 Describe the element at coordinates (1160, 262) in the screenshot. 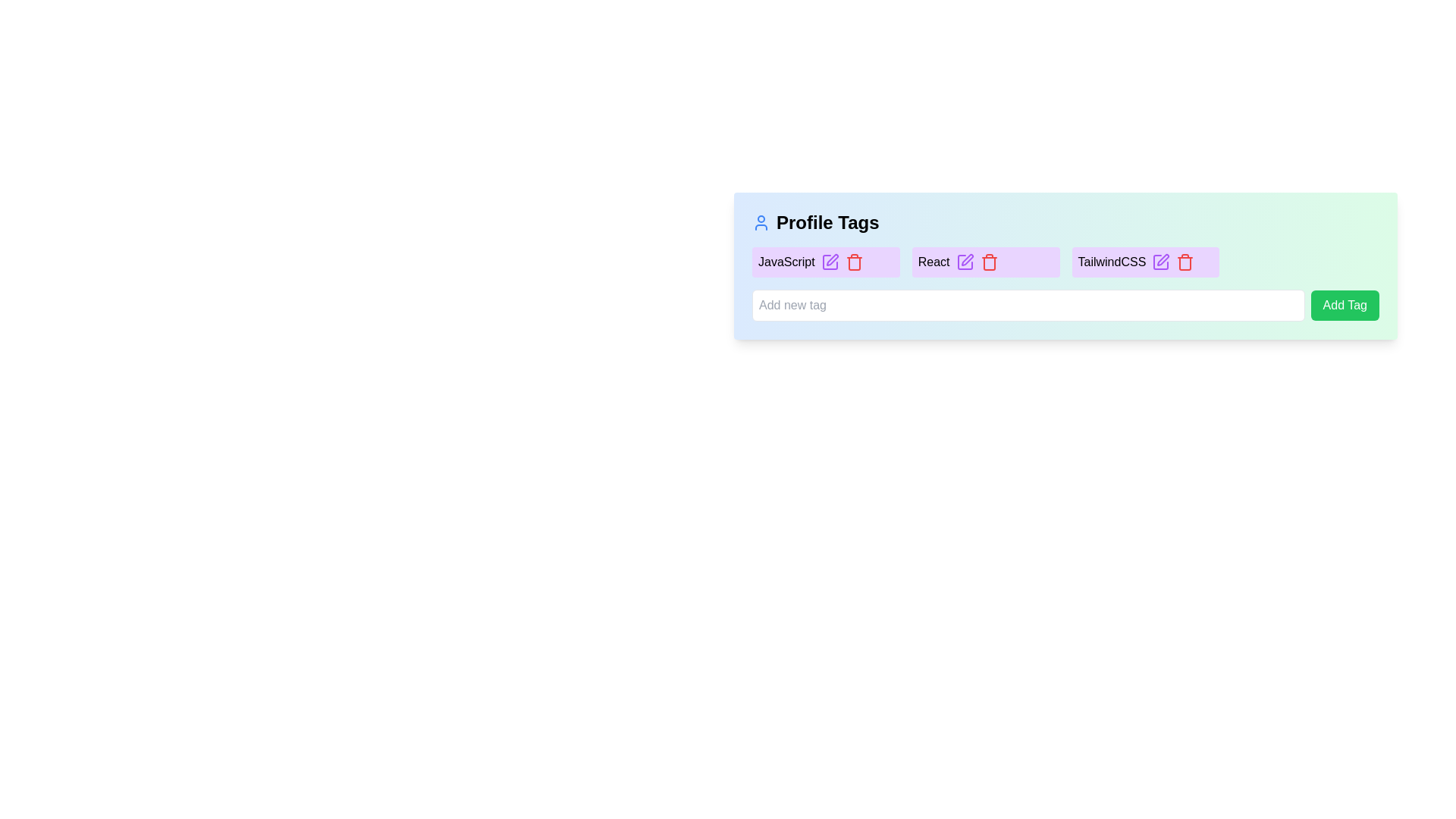

I see `the Pen SVG icon located to the right of the 'TailwindCSS' label` at that location.